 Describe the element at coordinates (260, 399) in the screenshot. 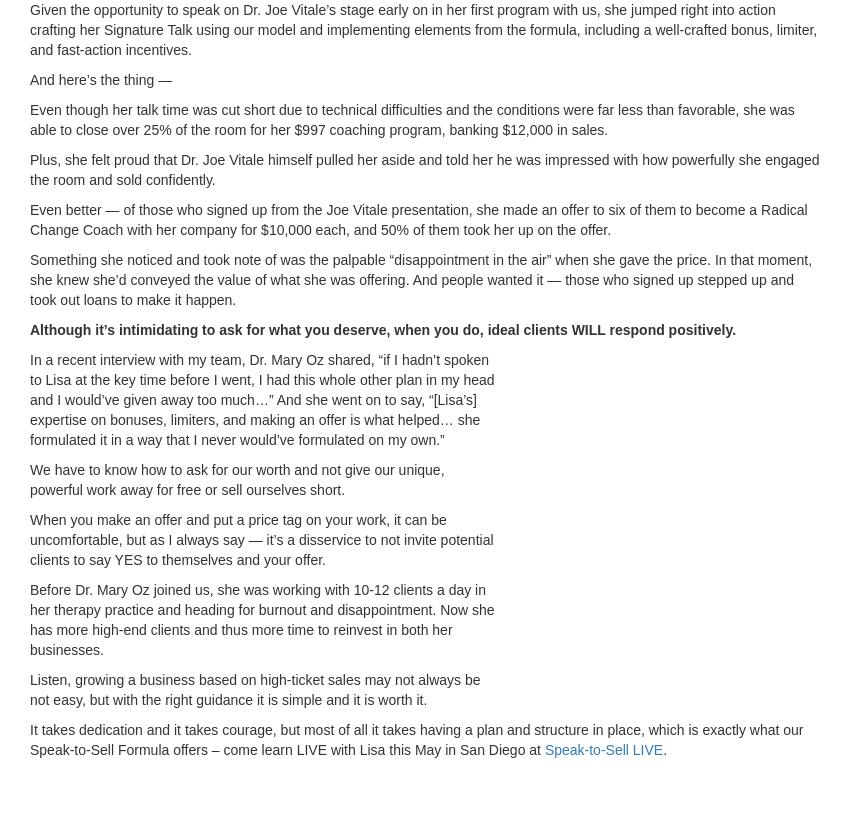

I see `'In a recent interview with my team, Dr. Mary Oz shared, “if I hadn’t spoken to Lisa at the key time before I went, I had this whole other plan in my head and I would’ve given away too much…” And she went on to say, “[Lisa’s] expertise on bonuses, limiters, and making an offer is what helped… she formulated it in a way that I never would’ve formulated on my own.”'` at that location.